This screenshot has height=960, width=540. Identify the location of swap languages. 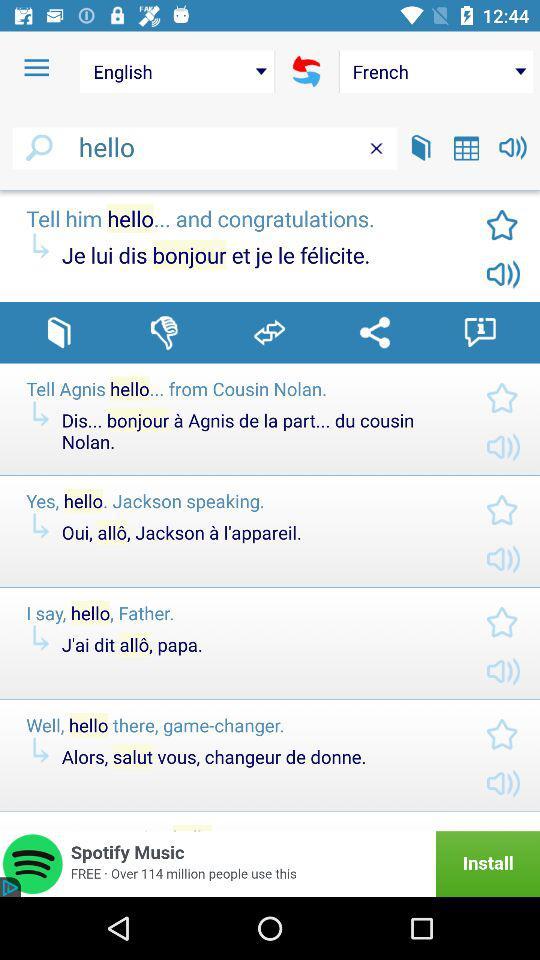
(269, 332).